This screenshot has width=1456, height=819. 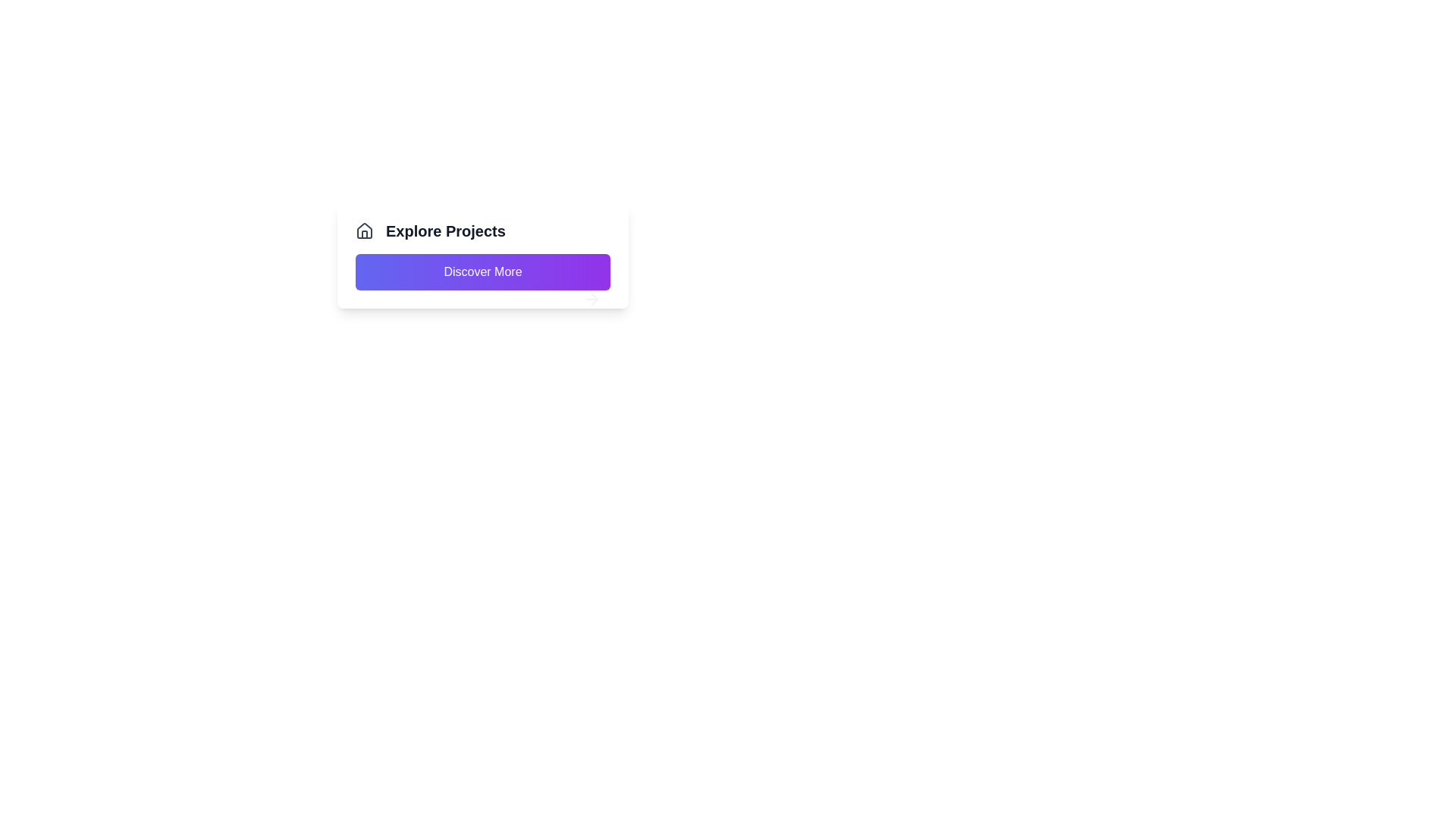 I want to click on the house icon element, which depicts the outline of the roof and walls, styled in gray and located to the left of the 'Explore Projects' text, so click(x=364, y=231).